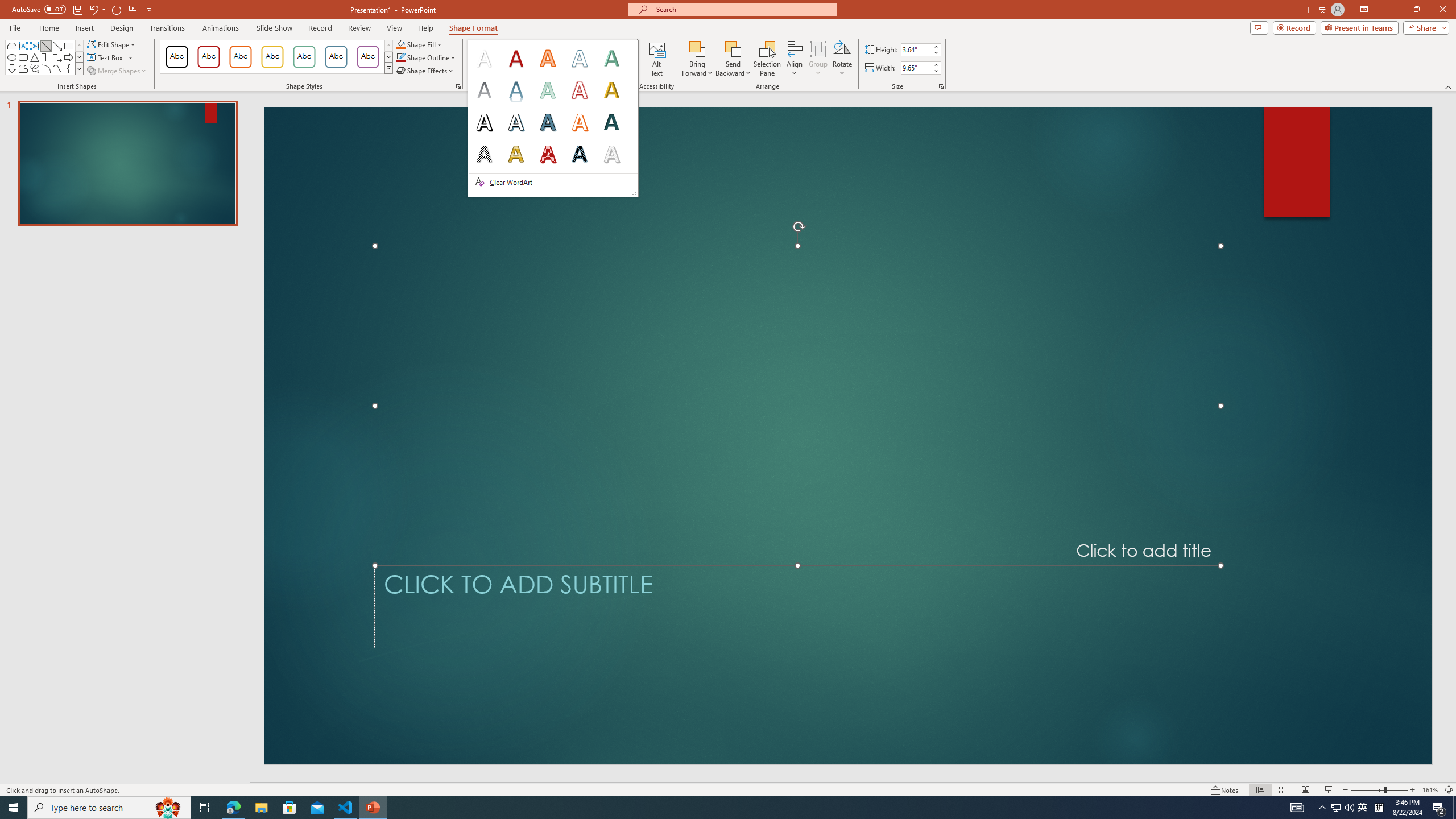 This screenshot has width=1456, height=819. Describe the element at coordinates (208, 56) in the screenshot. I see `'Colored Outline - Dark Red, Accent 1'` at that location.